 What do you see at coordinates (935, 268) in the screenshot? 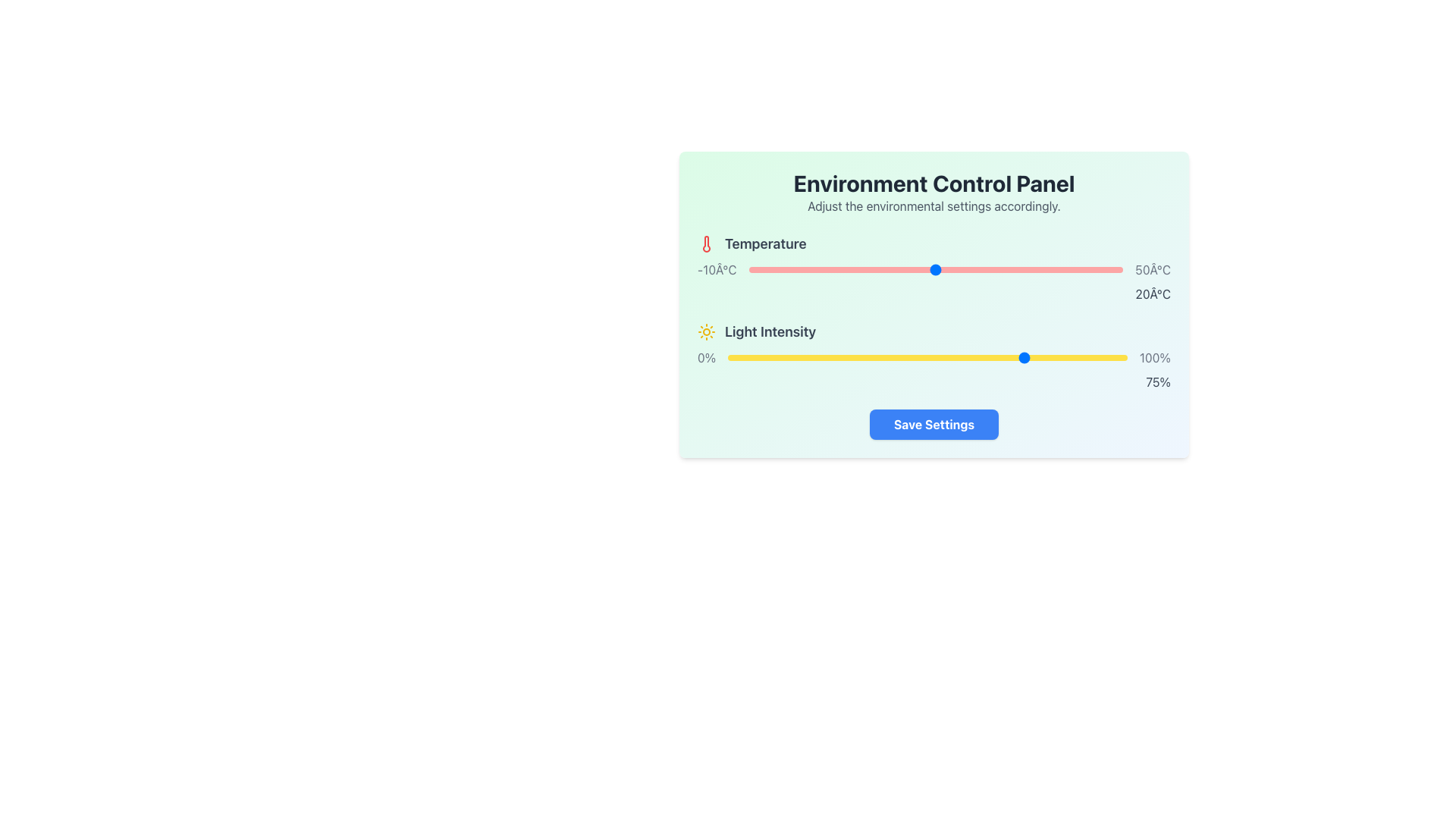
I see `temperature` at bounding box center [935, 268].